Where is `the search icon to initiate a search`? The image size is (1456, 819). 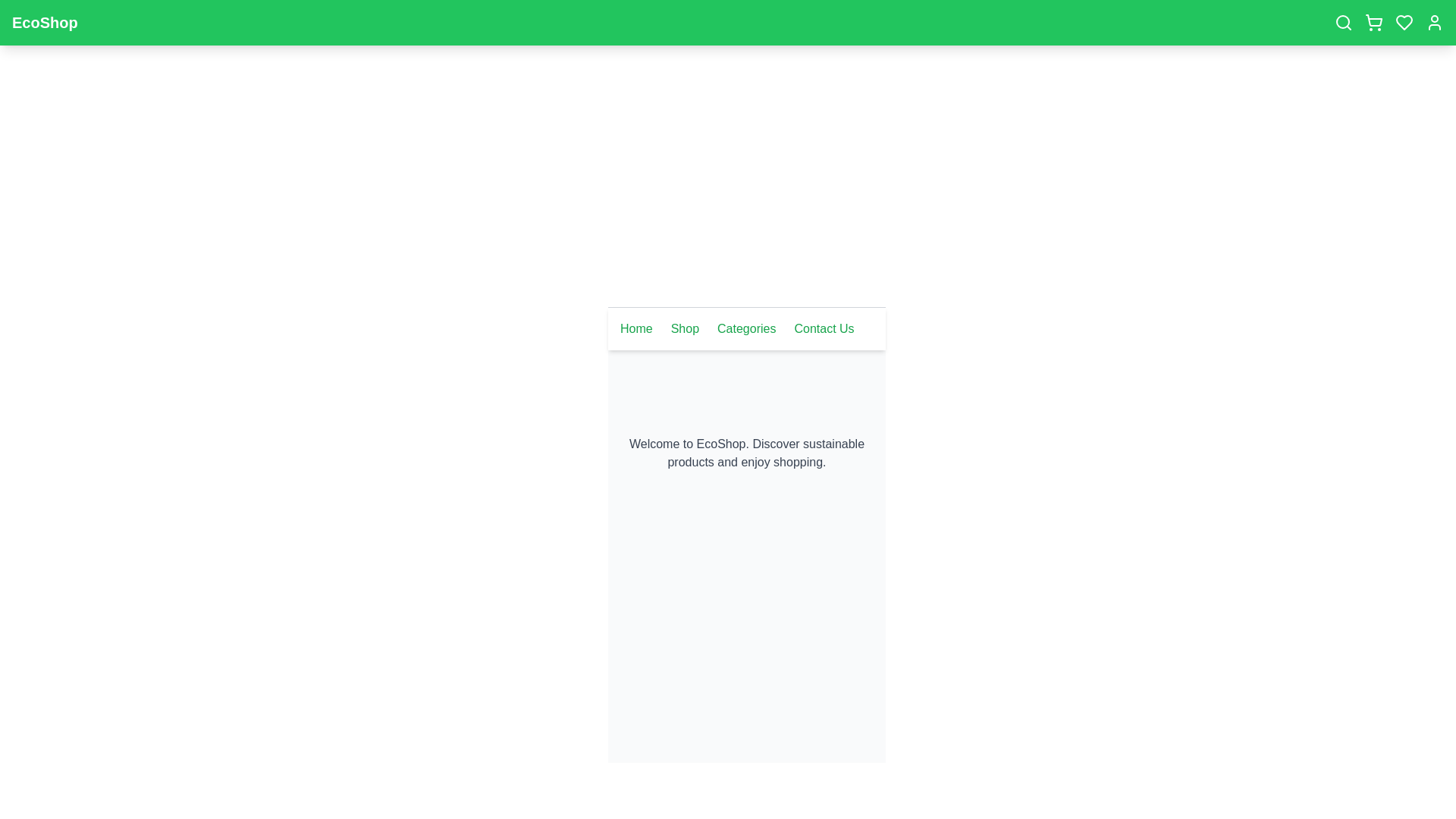
the search icon to initiate a search is located at coordinates (1343, 23).